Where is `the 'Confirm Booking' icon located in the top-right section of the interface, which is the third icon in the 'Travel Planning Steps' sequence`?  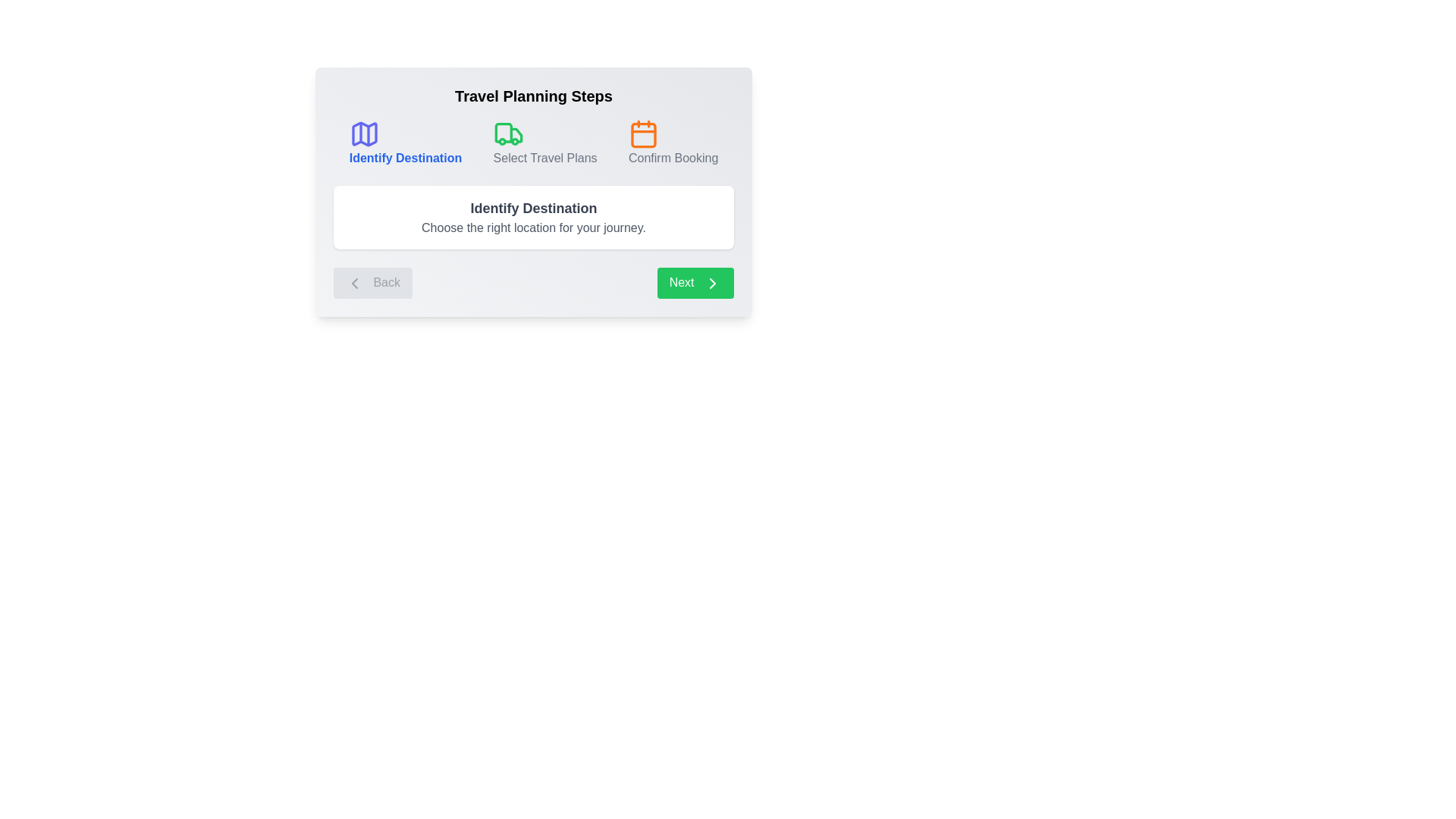
the 'Confirm Booking' icon located in the top-right section of the interface, which is the third icon in the 'Travel Planning Steps' sequence is located at coordinates (644, 133).